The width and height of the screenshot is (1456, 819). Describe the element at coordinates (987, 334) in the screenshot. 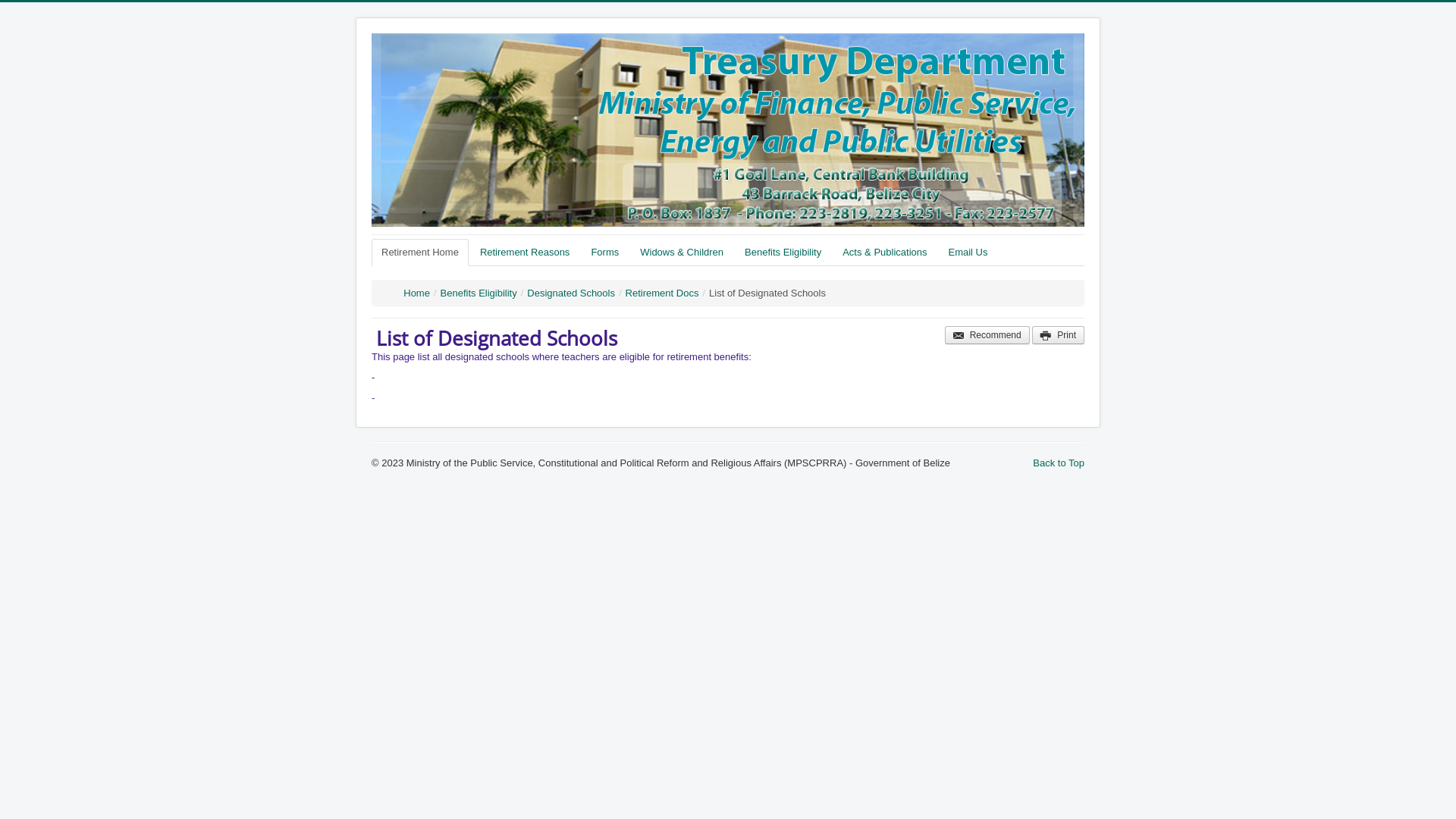

I see `'Recommend'` at that location.